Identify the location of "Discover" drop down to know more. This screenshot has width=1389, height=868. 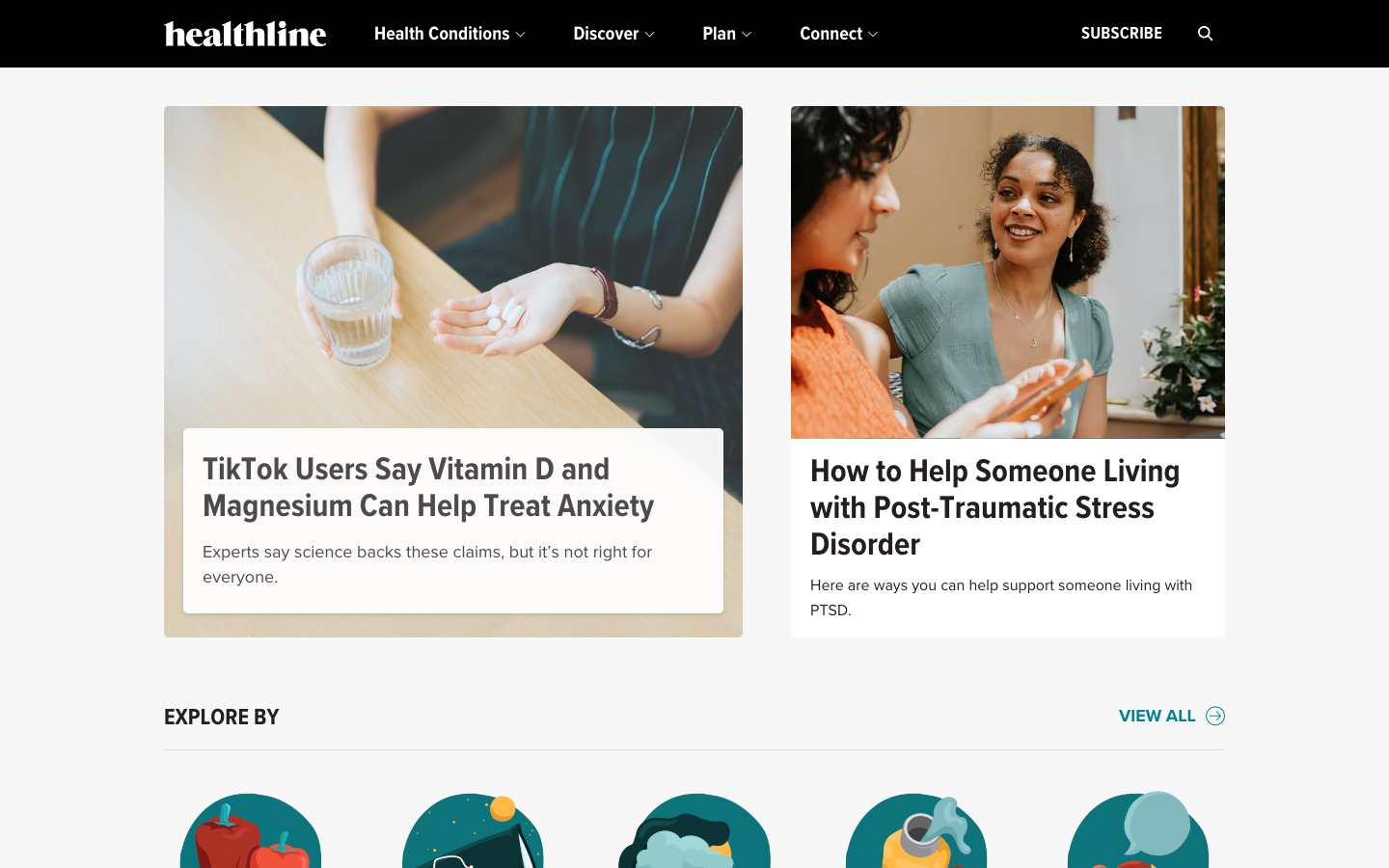
(613, 33).